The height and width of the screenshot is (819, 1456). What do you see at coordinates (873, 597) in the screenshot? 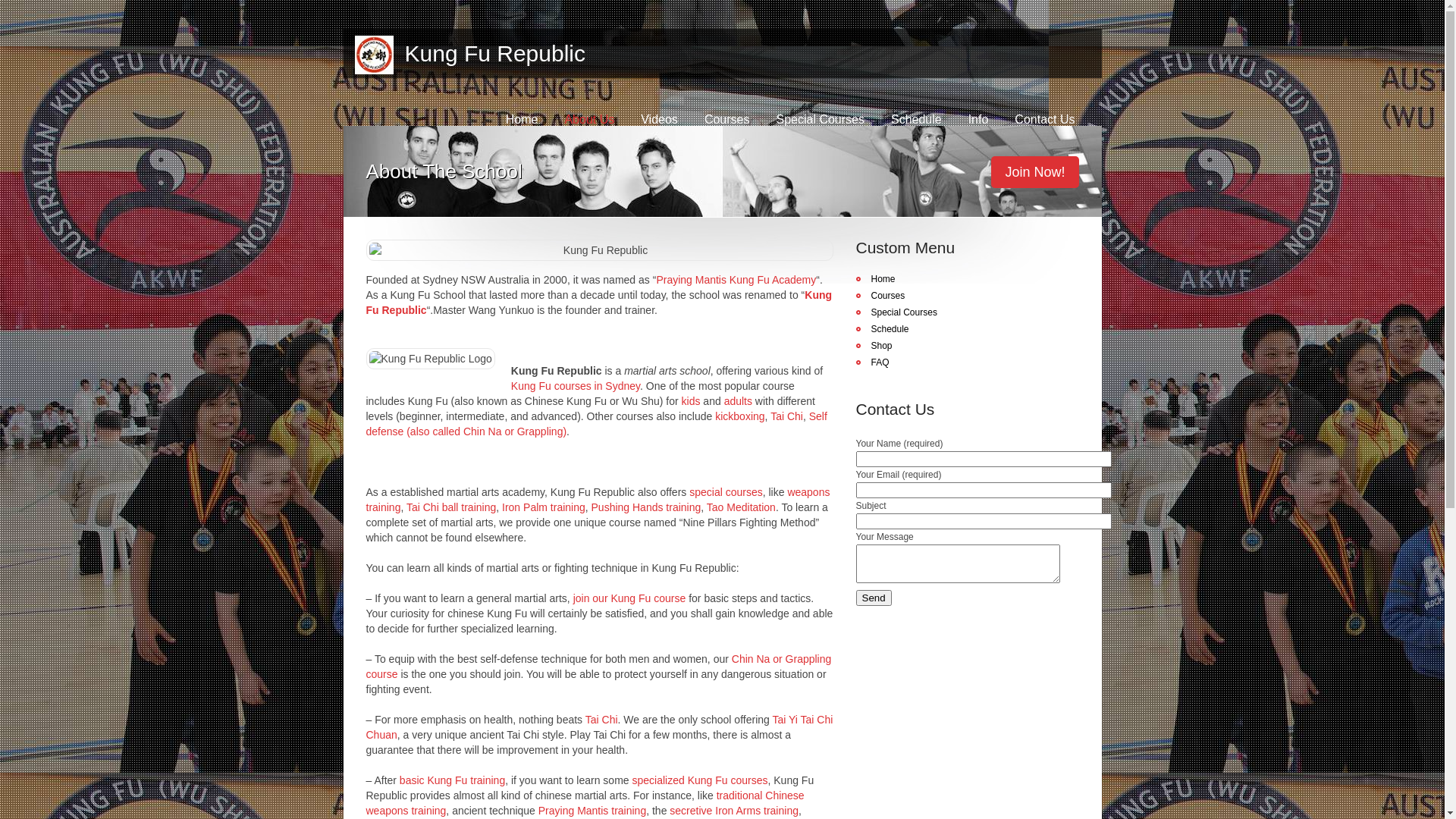
I see `'Send'` at bounding box center [873, 597].